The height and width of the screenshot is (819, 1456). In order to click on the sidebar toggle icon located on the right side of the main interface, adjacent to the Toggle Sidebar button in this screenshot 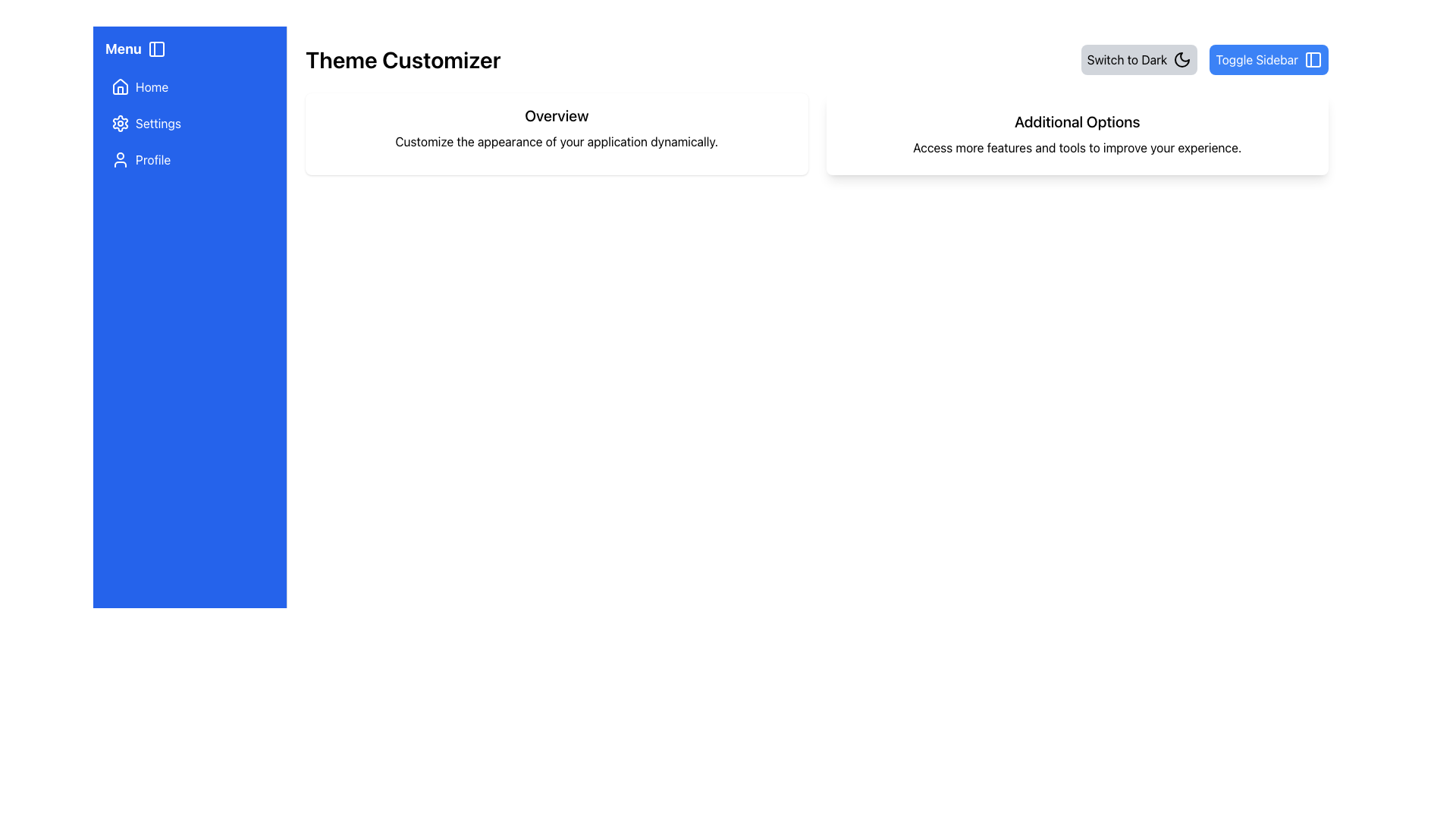, I will do `click(1313, 58)`.